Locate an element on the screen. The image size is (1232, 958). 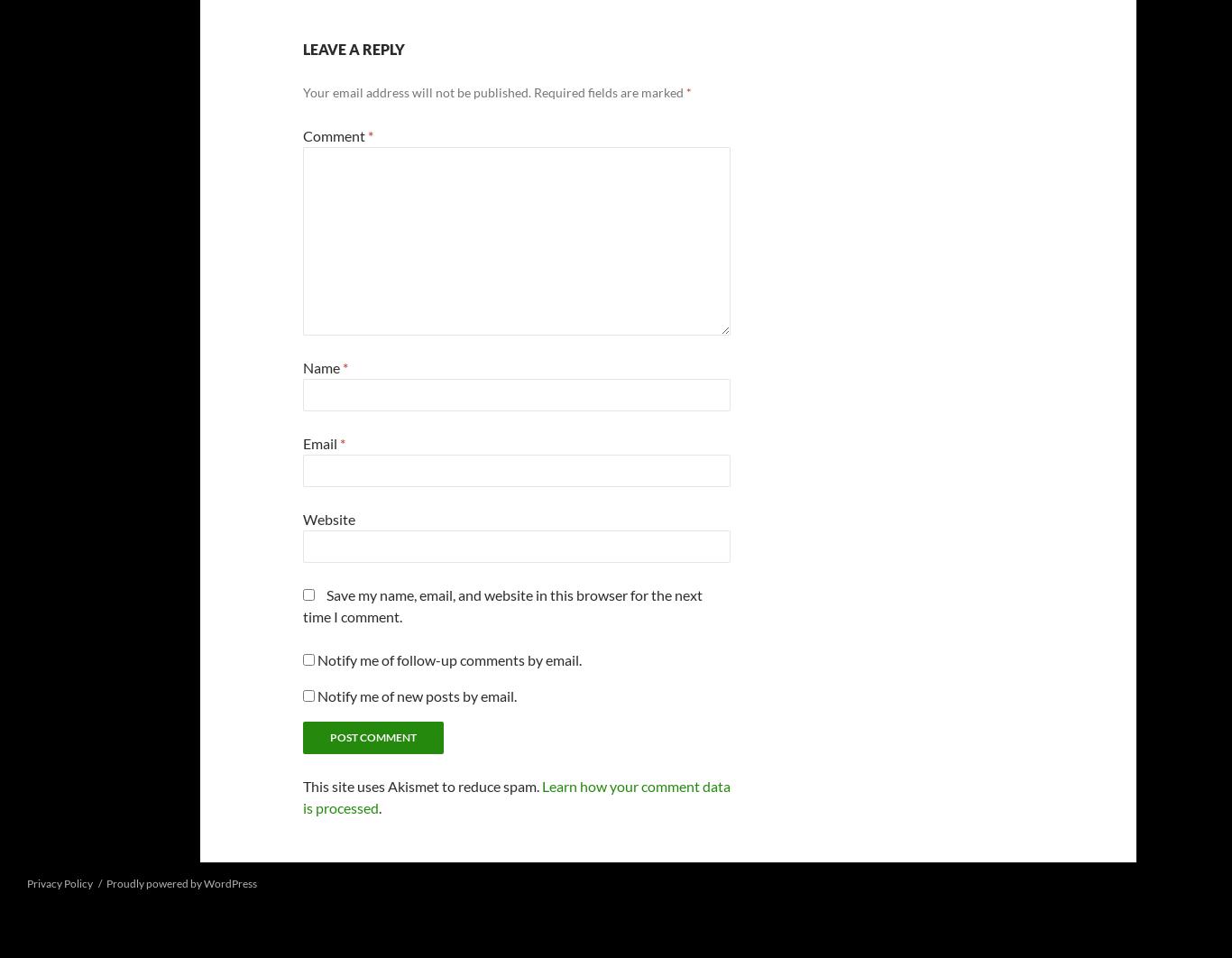
'Leave a Reply' is located at coordinates (353, 49).